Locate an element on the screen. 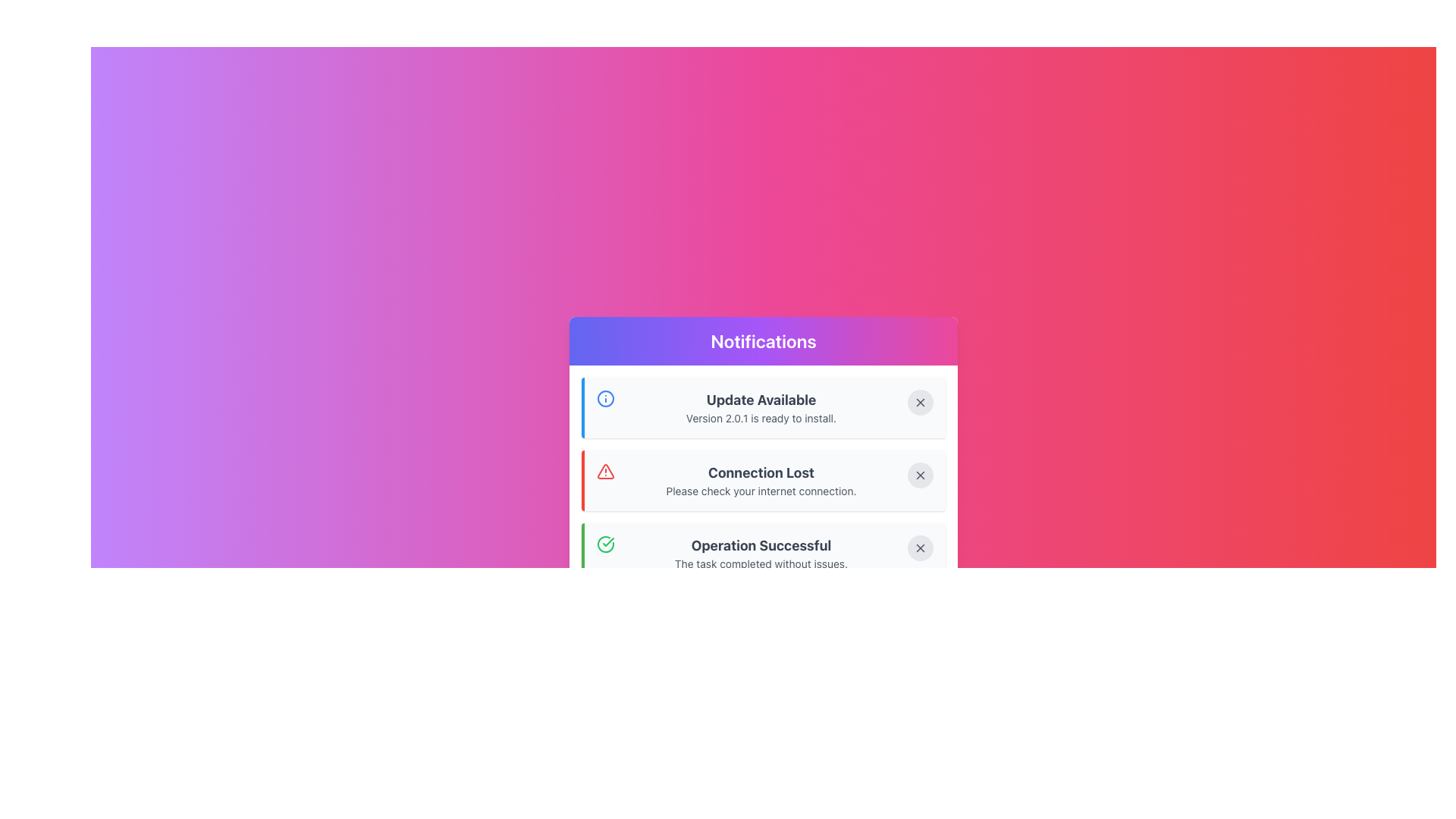  the checkmark icon within the green circular arc located is located at coordinates (604, 543).